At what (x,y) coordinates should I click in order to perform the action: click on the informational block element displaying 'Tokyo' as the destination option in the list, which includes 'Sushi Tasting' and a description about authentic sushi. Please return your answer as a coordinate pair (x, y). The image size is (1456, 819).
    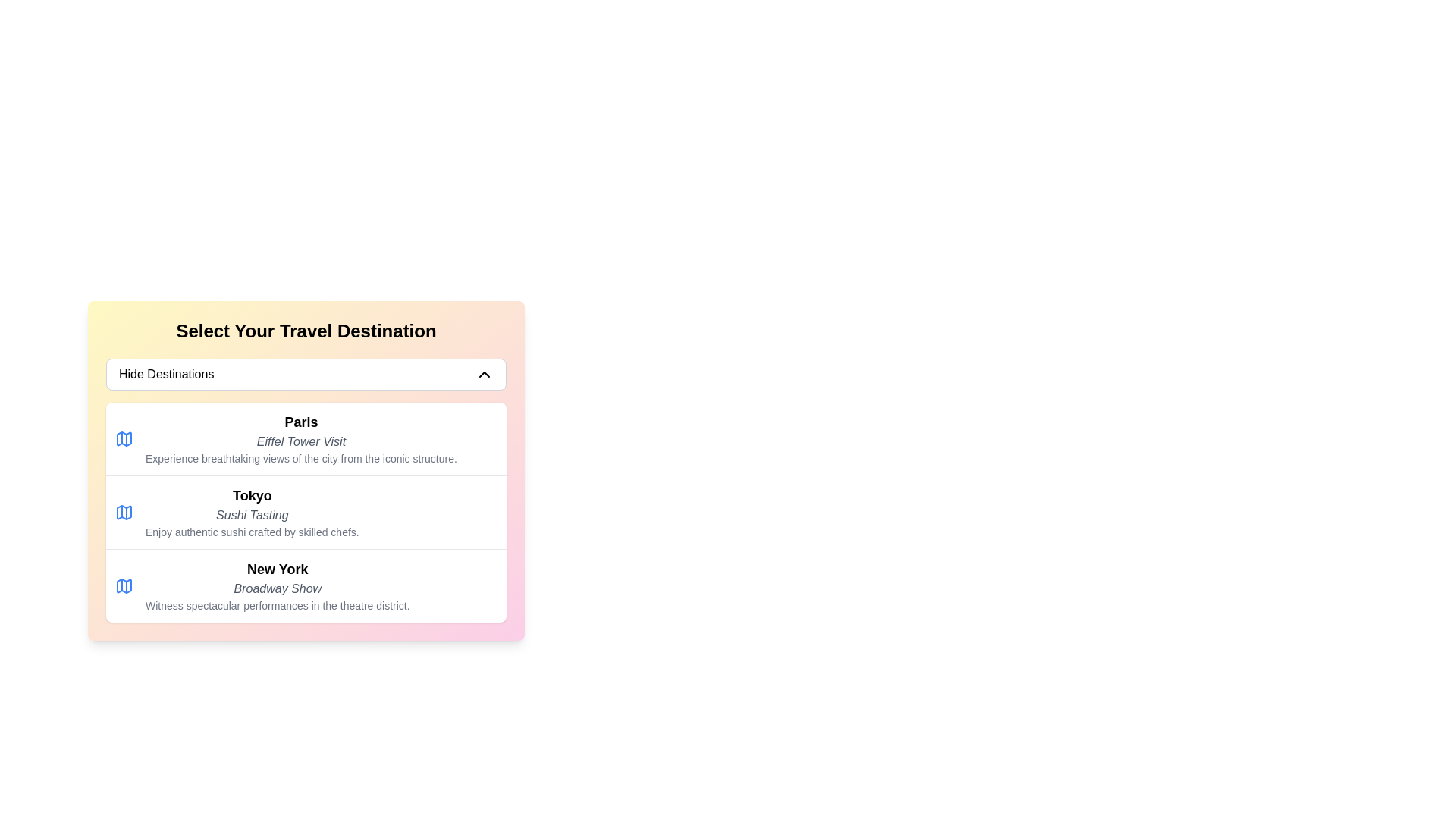
    Looking at the image, I should click on (252, 512).